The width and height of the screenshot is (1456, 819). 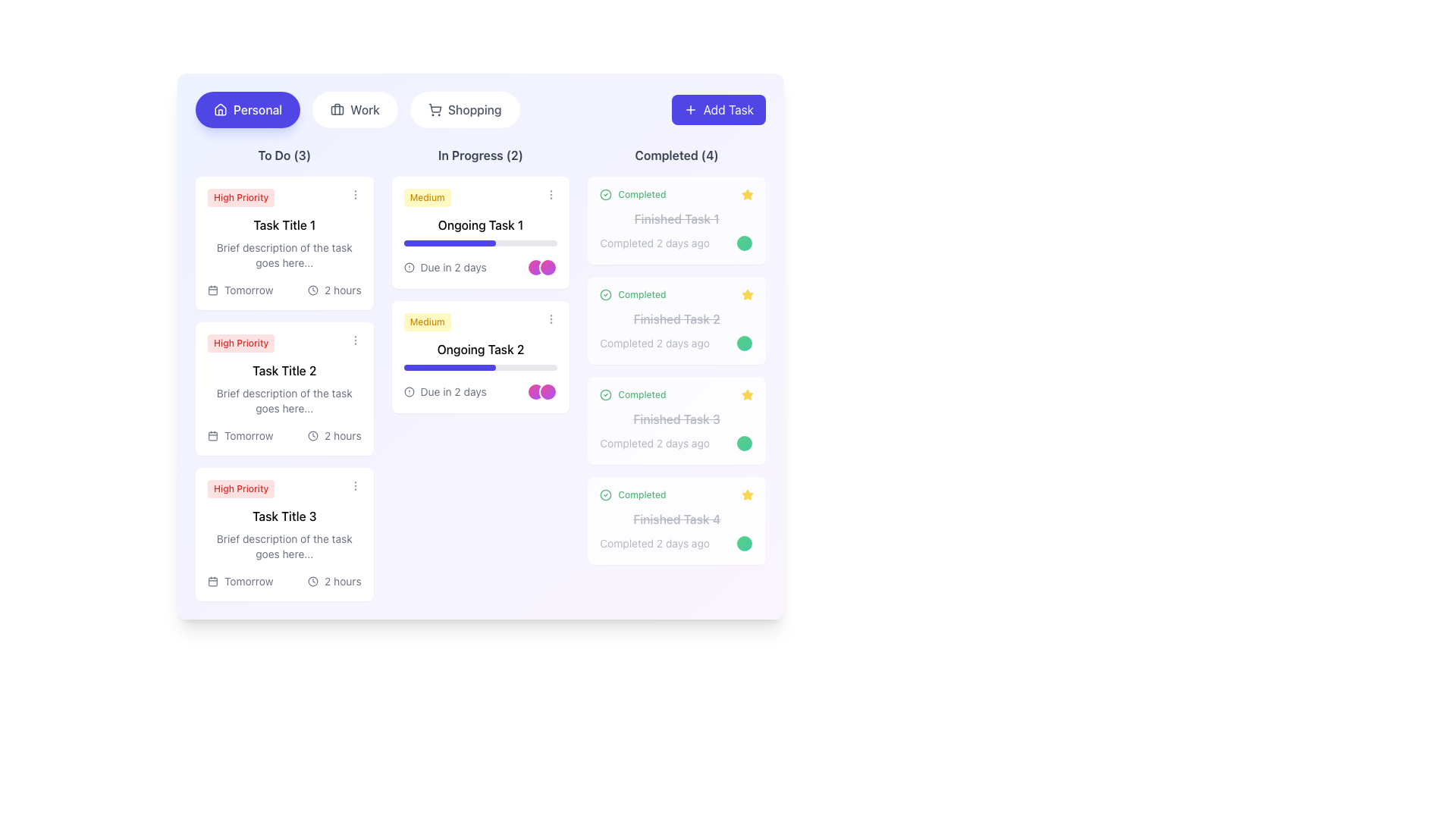 I want to click on the circular icon with a checkmark, which indicates a successful status, located beside the text 'Completed' in the task management interface, specifically to the left of 'Finished Task 1', so click(x=605, y=194).